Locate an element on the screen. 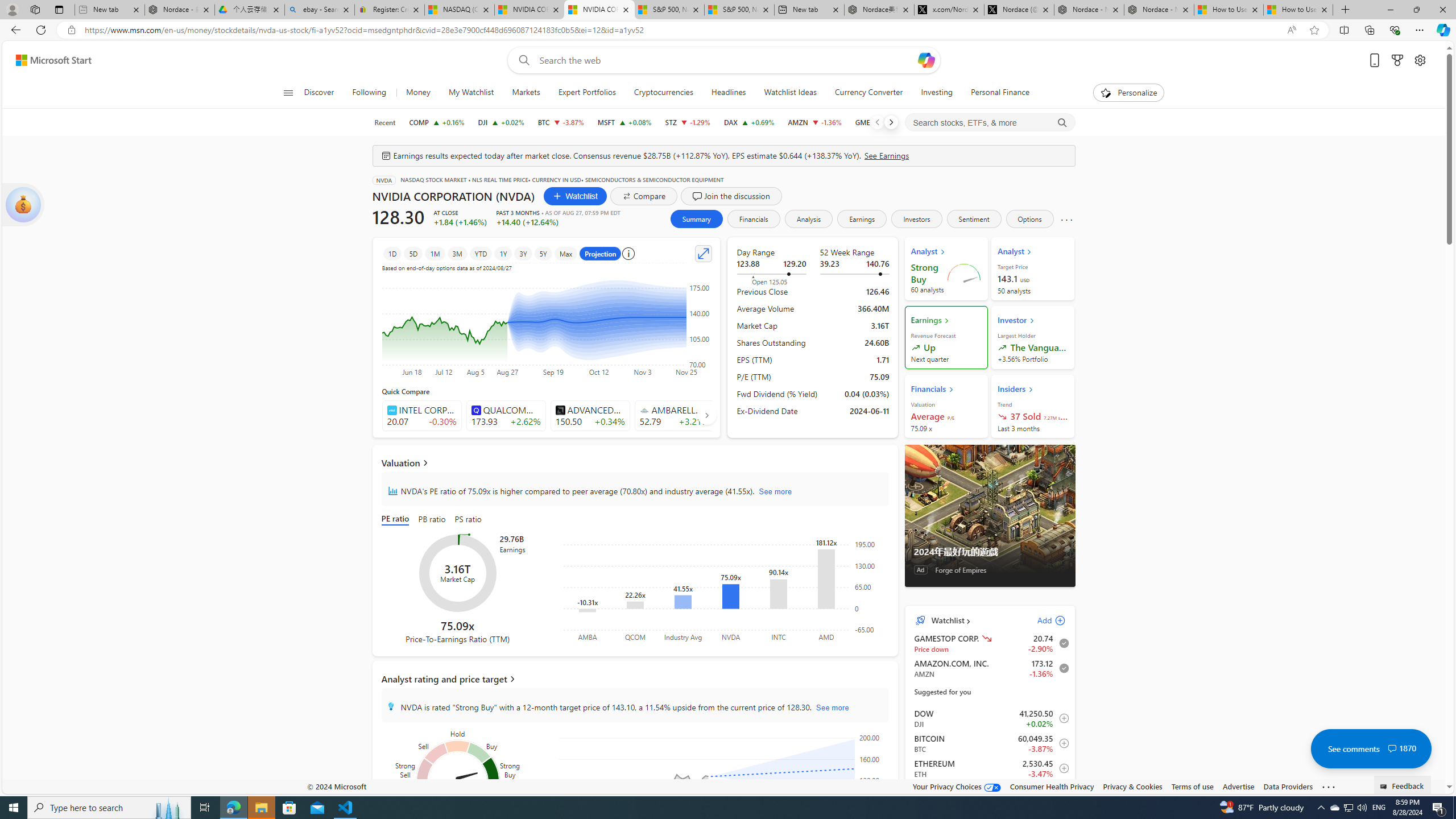 The width and height of the screenshot is (1456, 819). 'Recent' is located at coordinates (384, 122).